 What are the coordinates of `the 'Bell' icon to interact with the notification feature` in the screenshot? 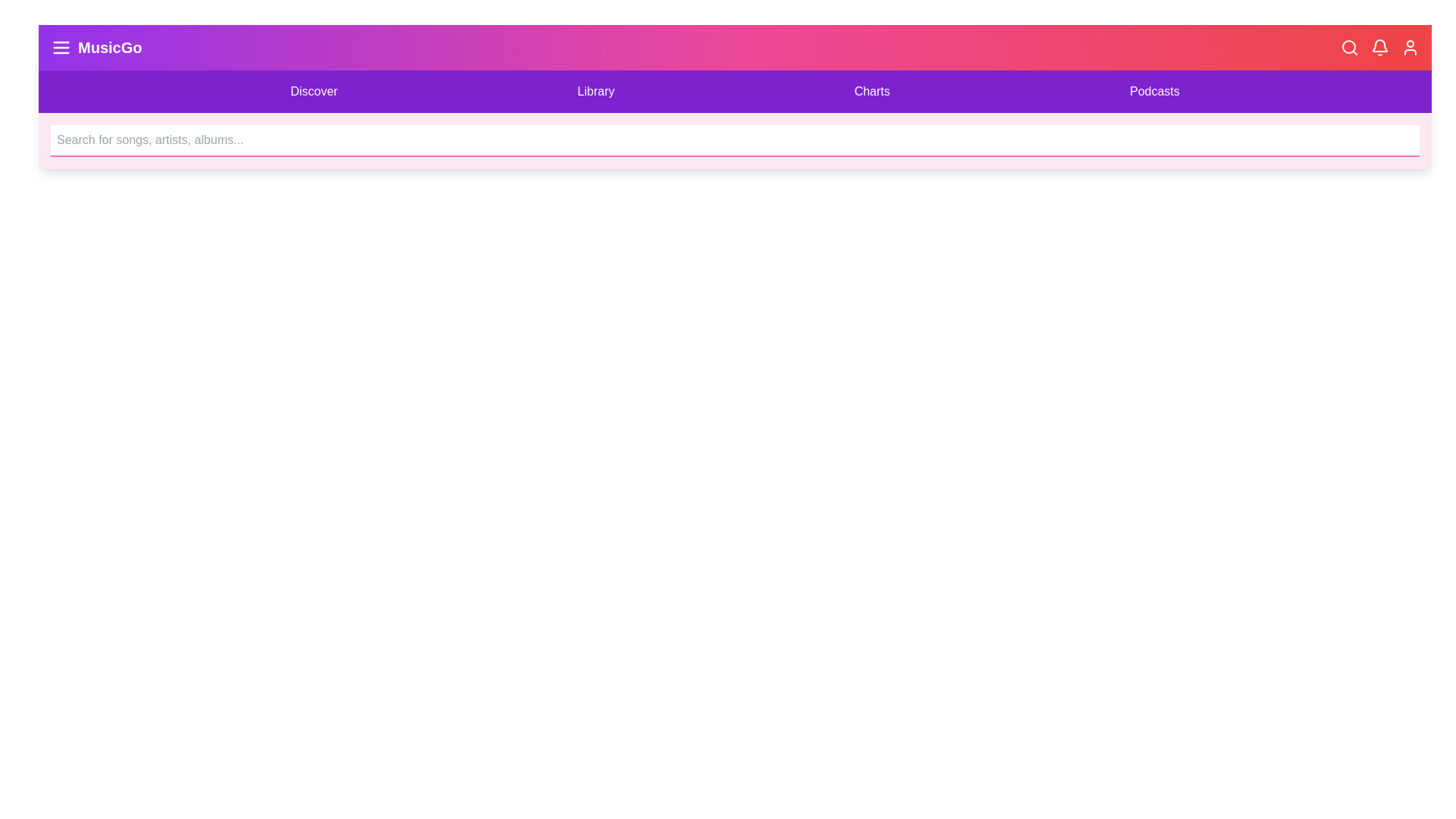 It's located at (1379, 46).